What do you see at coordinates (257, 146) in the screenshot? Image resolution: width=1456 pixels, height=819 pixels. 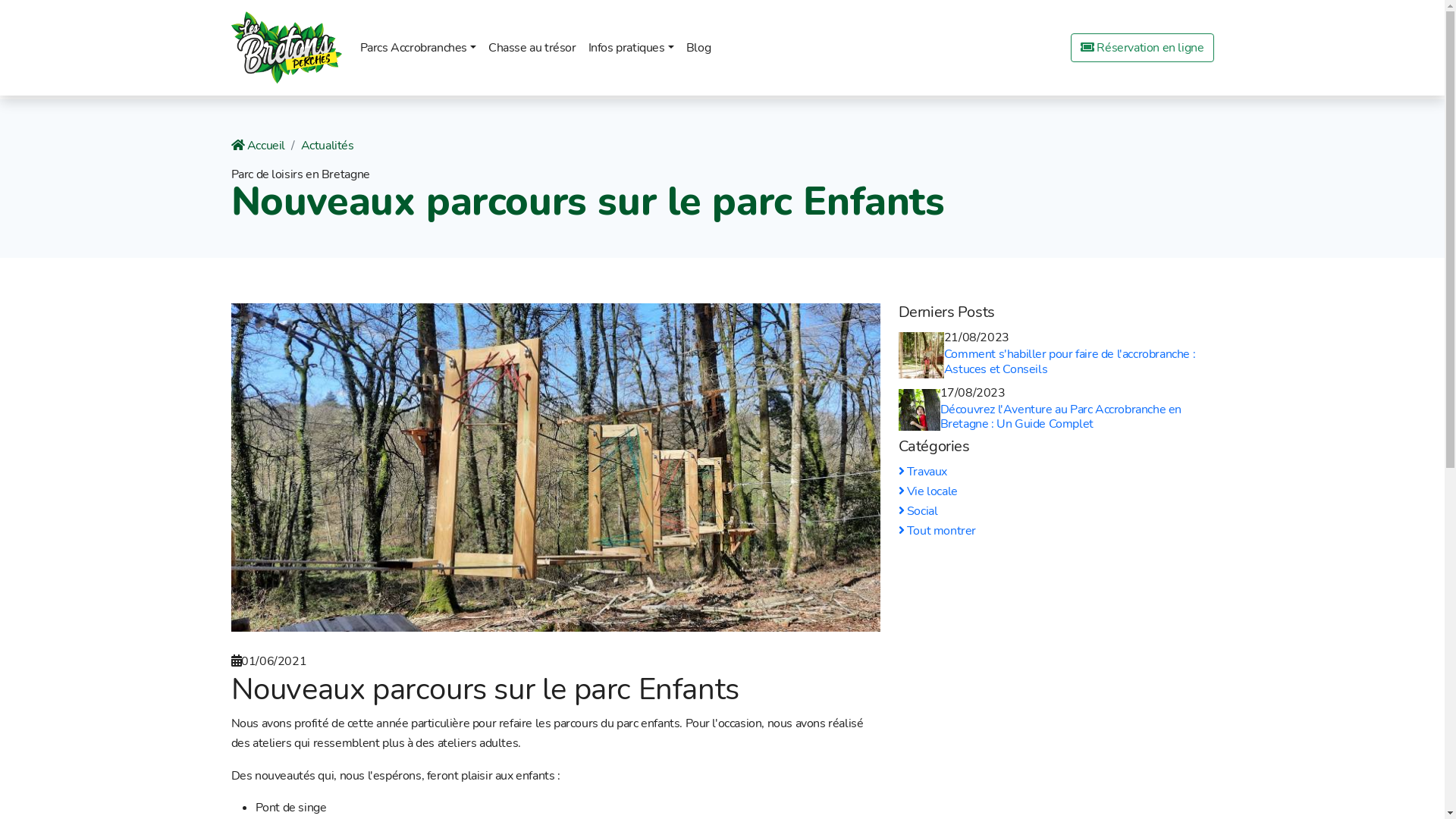 I see `'Accueil'` at bounding box center [257, 146].